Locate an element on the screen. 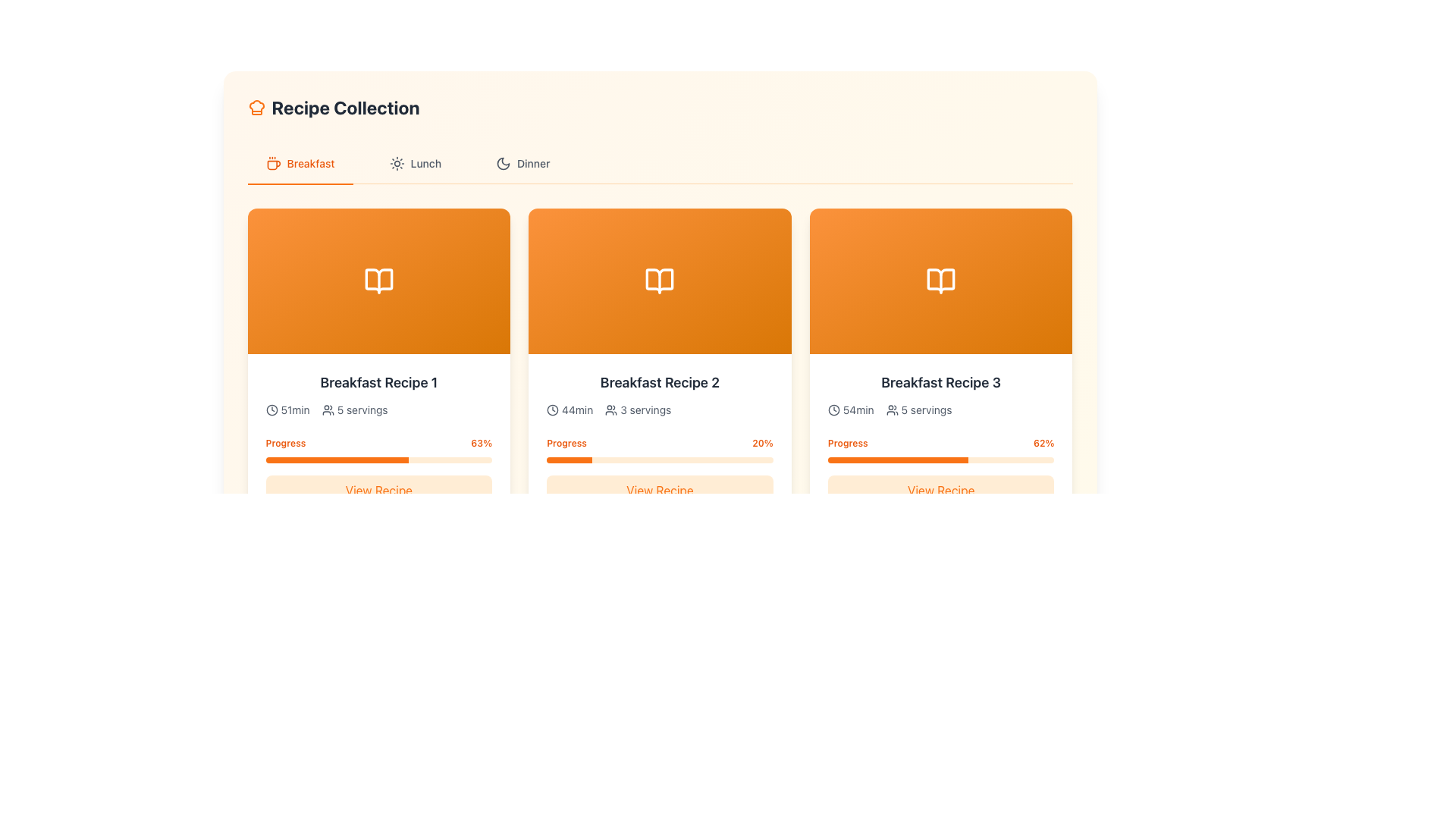  the 'Breakfast' navigation tab located at the top-left corner of the page is located at coordinates (300, 164).